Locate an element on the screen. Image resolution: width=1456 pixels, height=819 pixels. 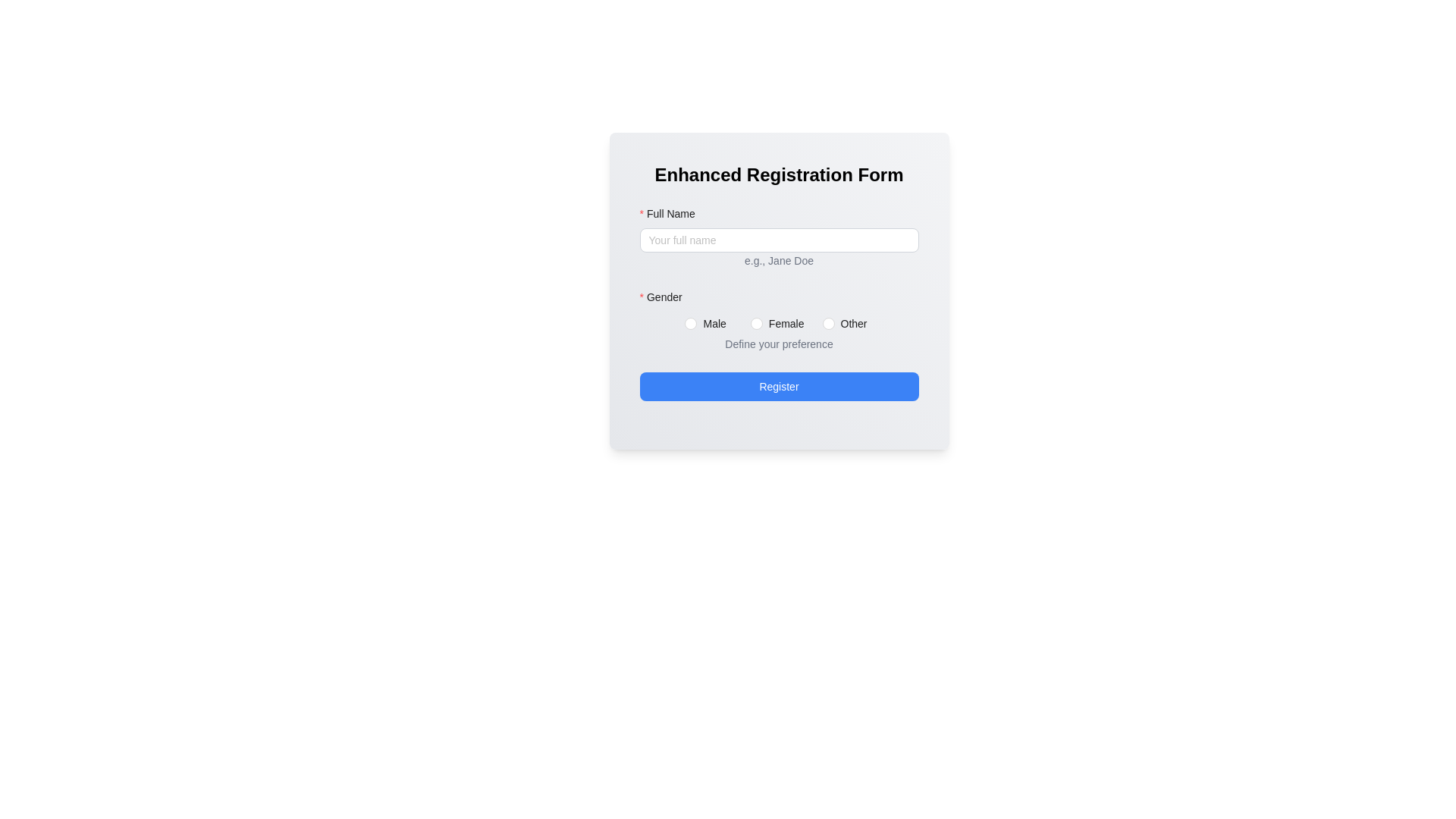
the radio button group labeled 'Gender' is located at coordinates (779, 332).